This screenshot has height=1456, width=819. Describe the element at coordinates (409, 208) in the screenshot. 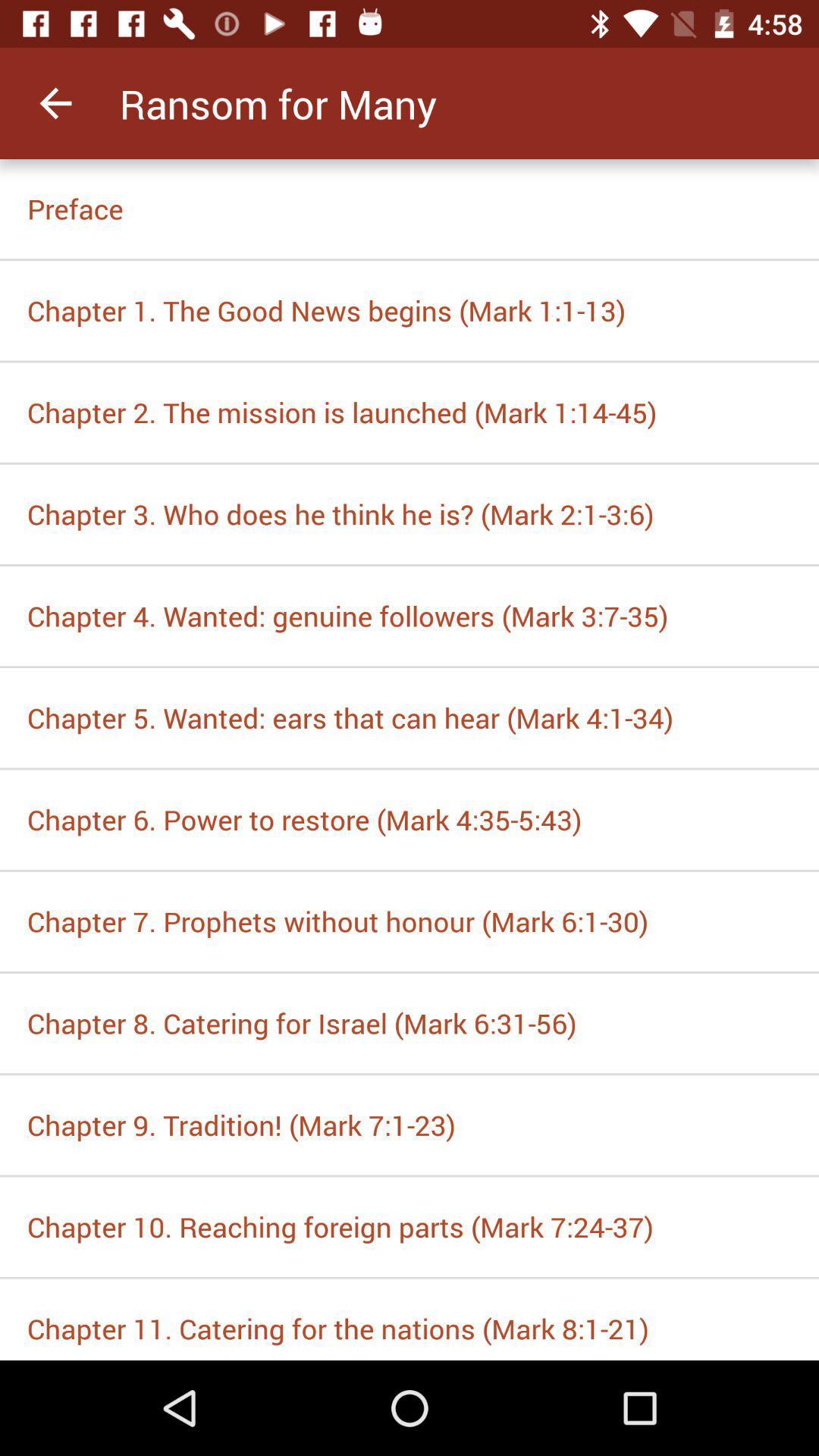

I see `the preface` at that location.